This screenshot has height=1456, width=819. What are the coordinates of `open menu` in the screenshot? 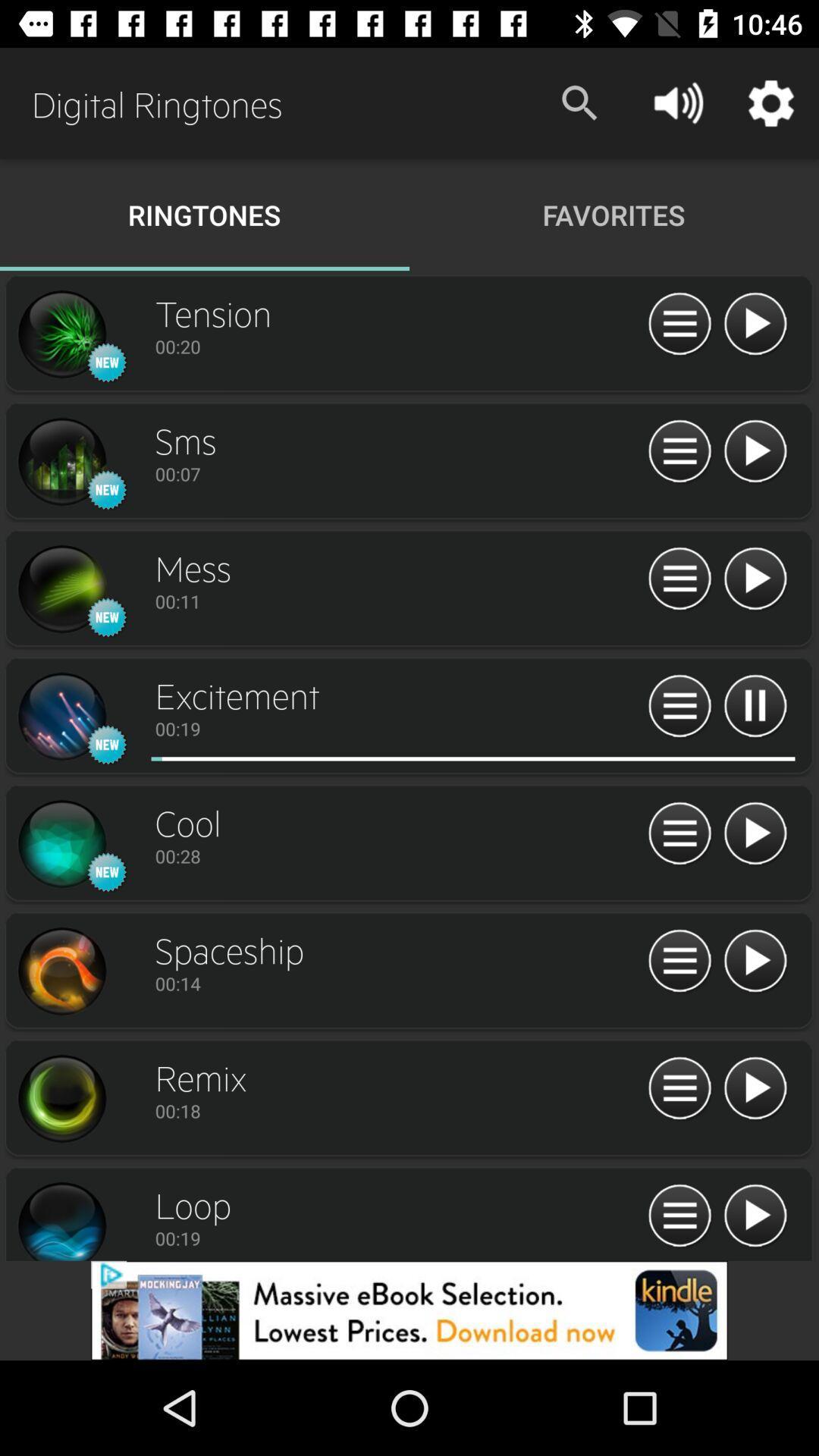 It's located at (679, 1088).